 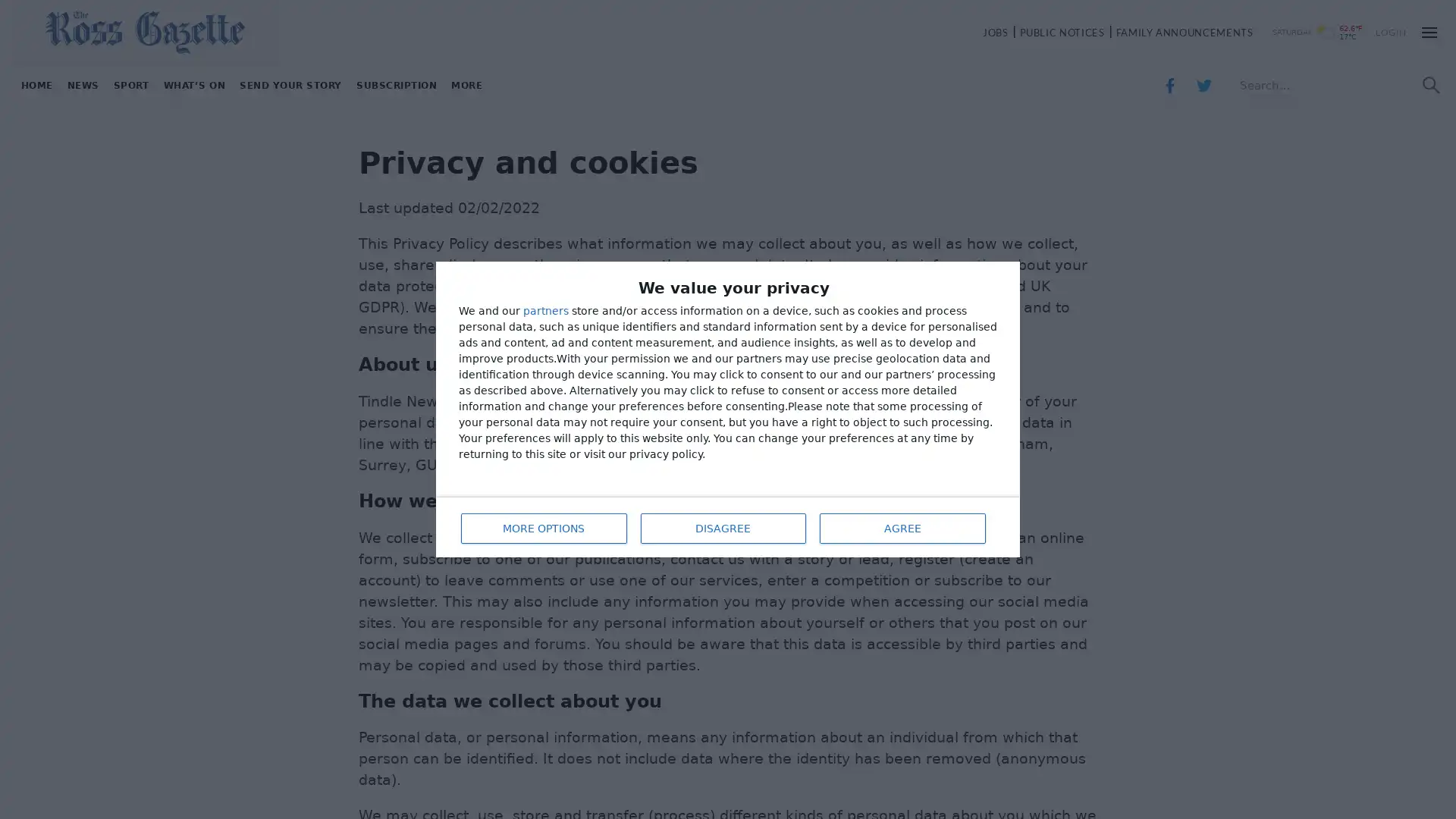 I want to click on LOGIN, so click(x=1391, y=32).